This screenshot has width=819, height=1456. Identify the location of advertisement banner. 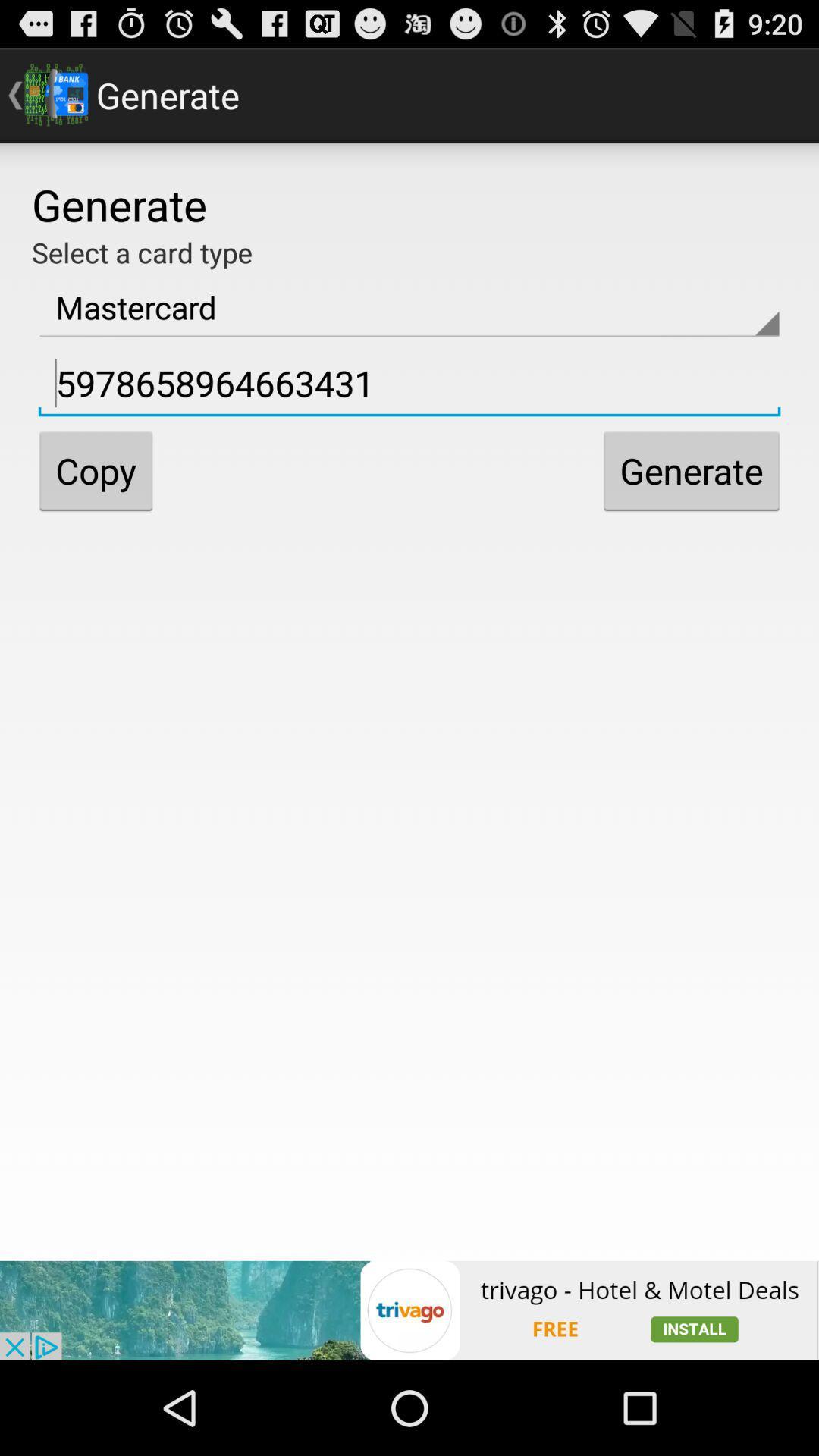
(409, 1310).